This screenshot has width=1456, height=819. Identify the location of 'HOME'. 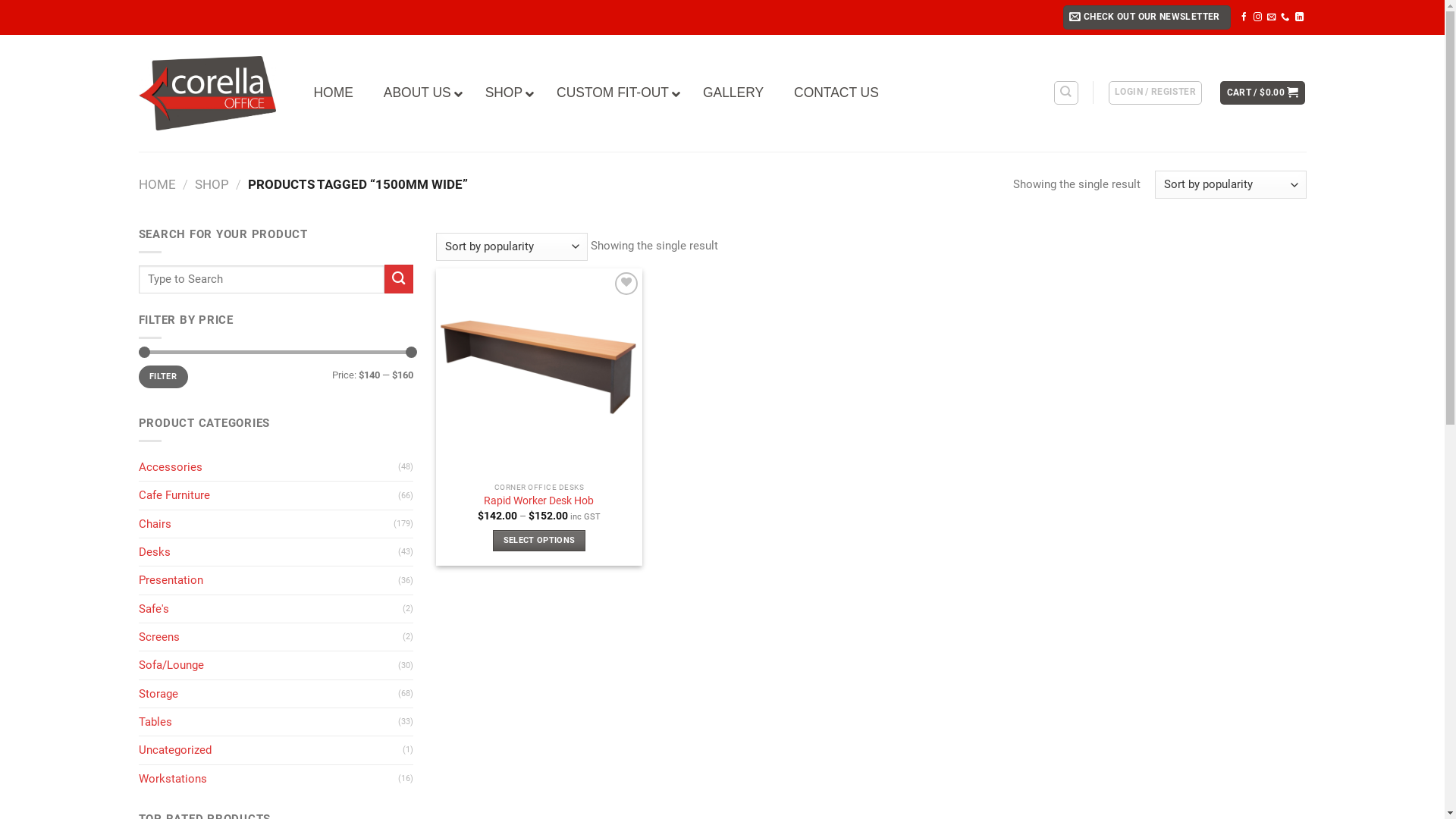
(333, 93).